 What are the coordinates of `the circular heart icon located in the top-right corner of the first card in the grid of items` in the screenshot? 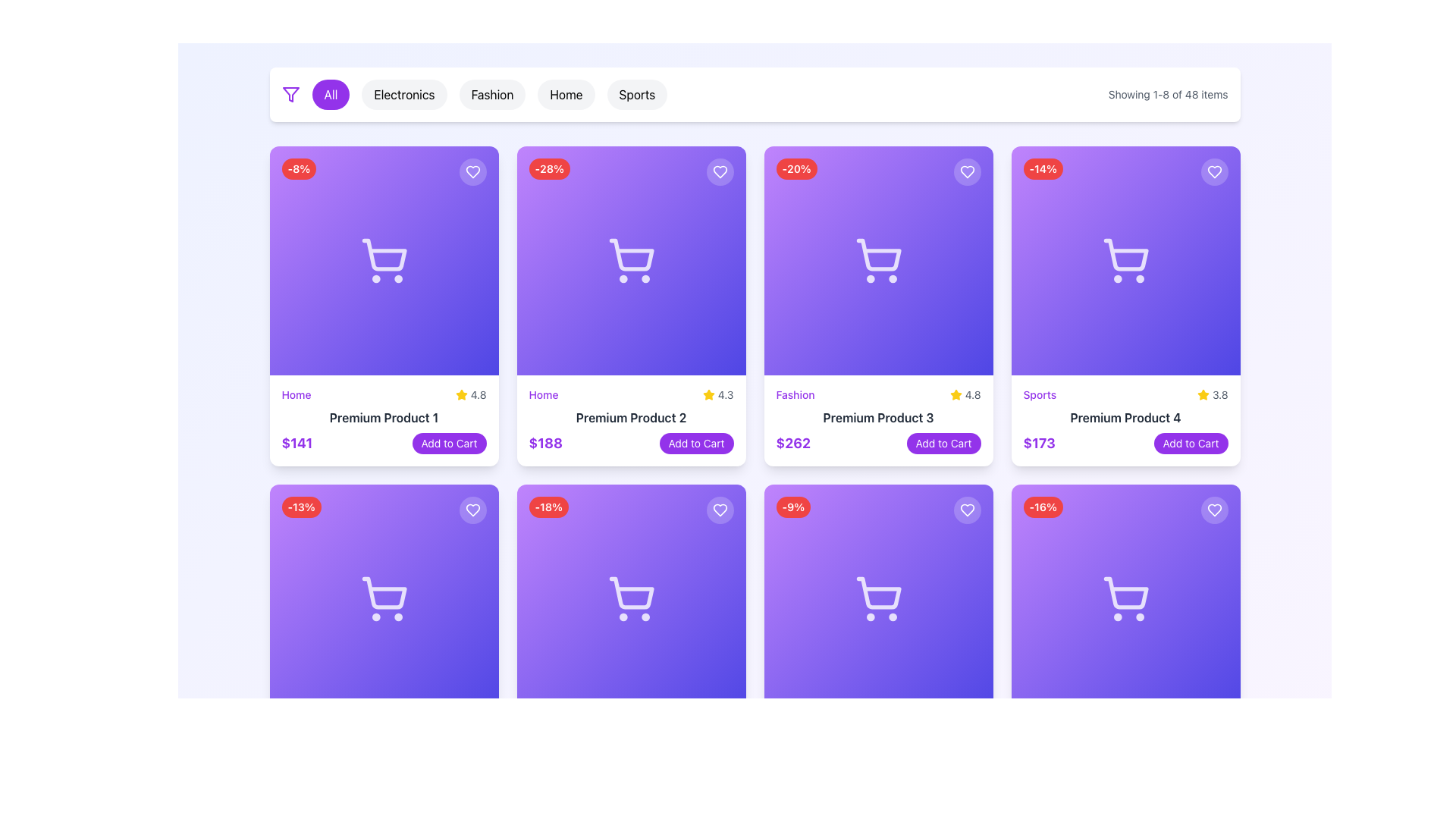 It's located at (472, 171).